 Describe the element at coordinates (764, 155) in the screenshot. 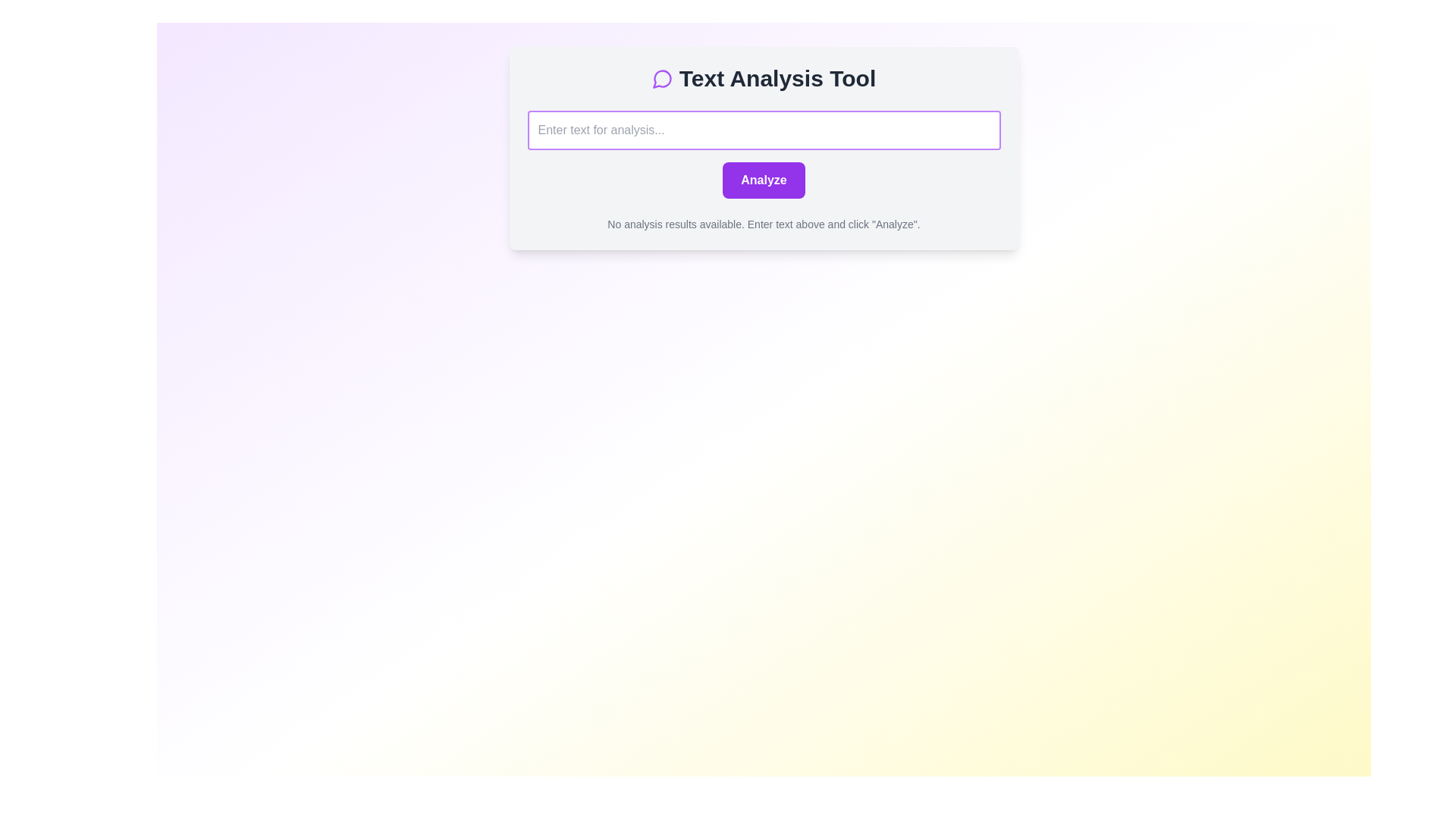

I see `the 'Analyze' button located beneath the text input field in the Text Analysis Tool element` at that location.